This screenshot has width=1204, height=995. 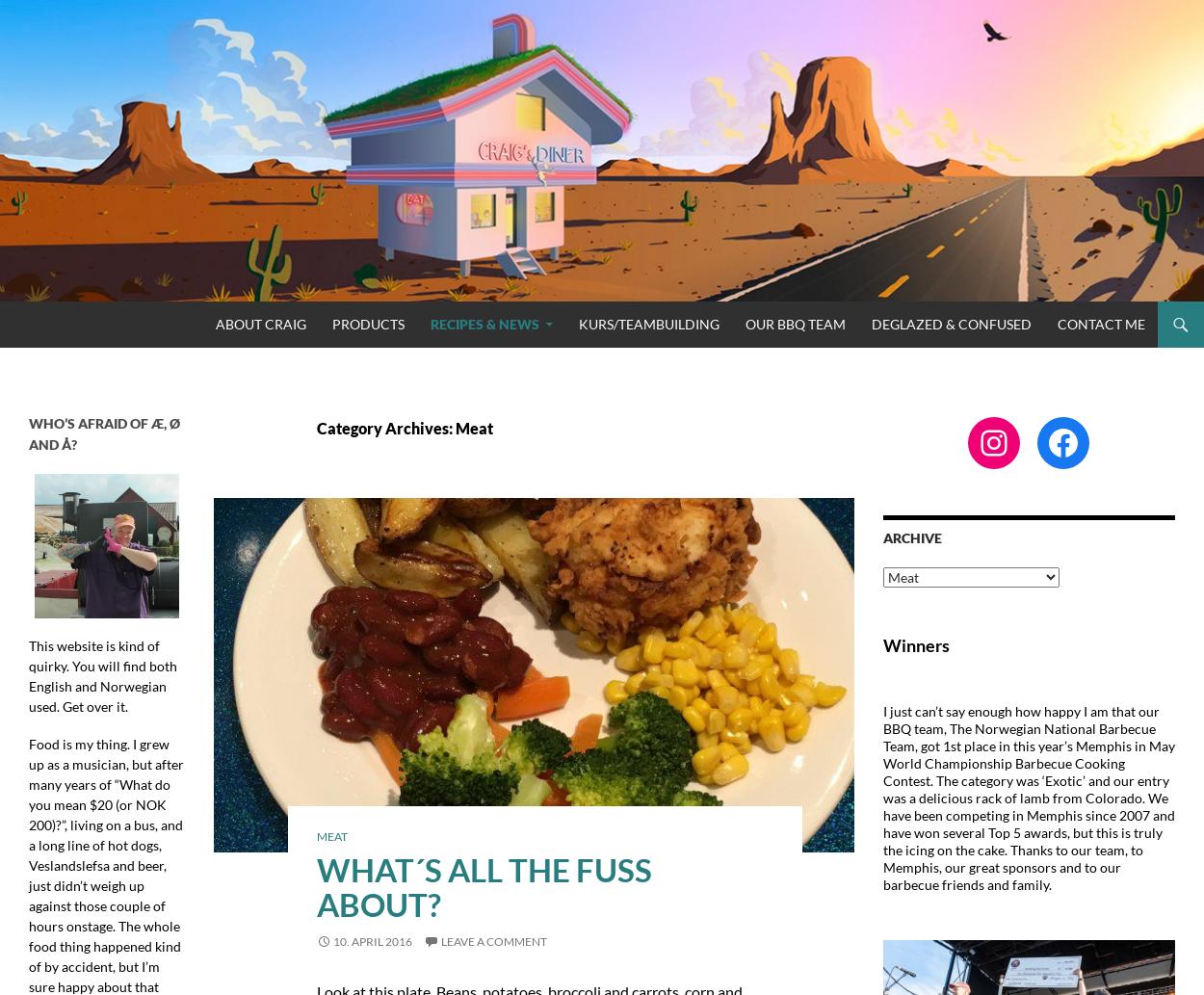 I want to click on 'Leave a comment', so click(x=493, y=939).